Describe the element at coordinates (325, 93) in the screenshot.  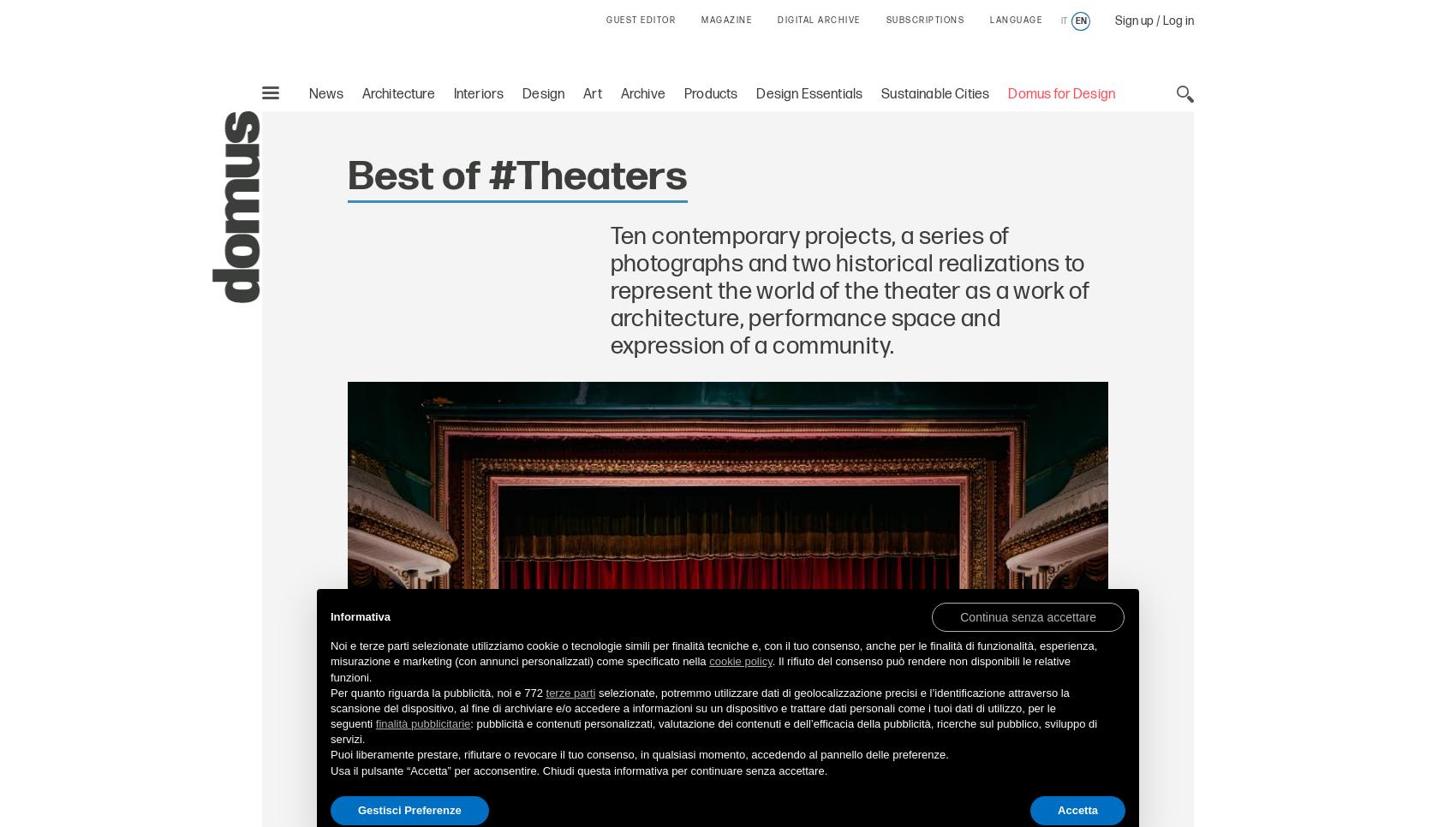
I see `'News'` at that location.